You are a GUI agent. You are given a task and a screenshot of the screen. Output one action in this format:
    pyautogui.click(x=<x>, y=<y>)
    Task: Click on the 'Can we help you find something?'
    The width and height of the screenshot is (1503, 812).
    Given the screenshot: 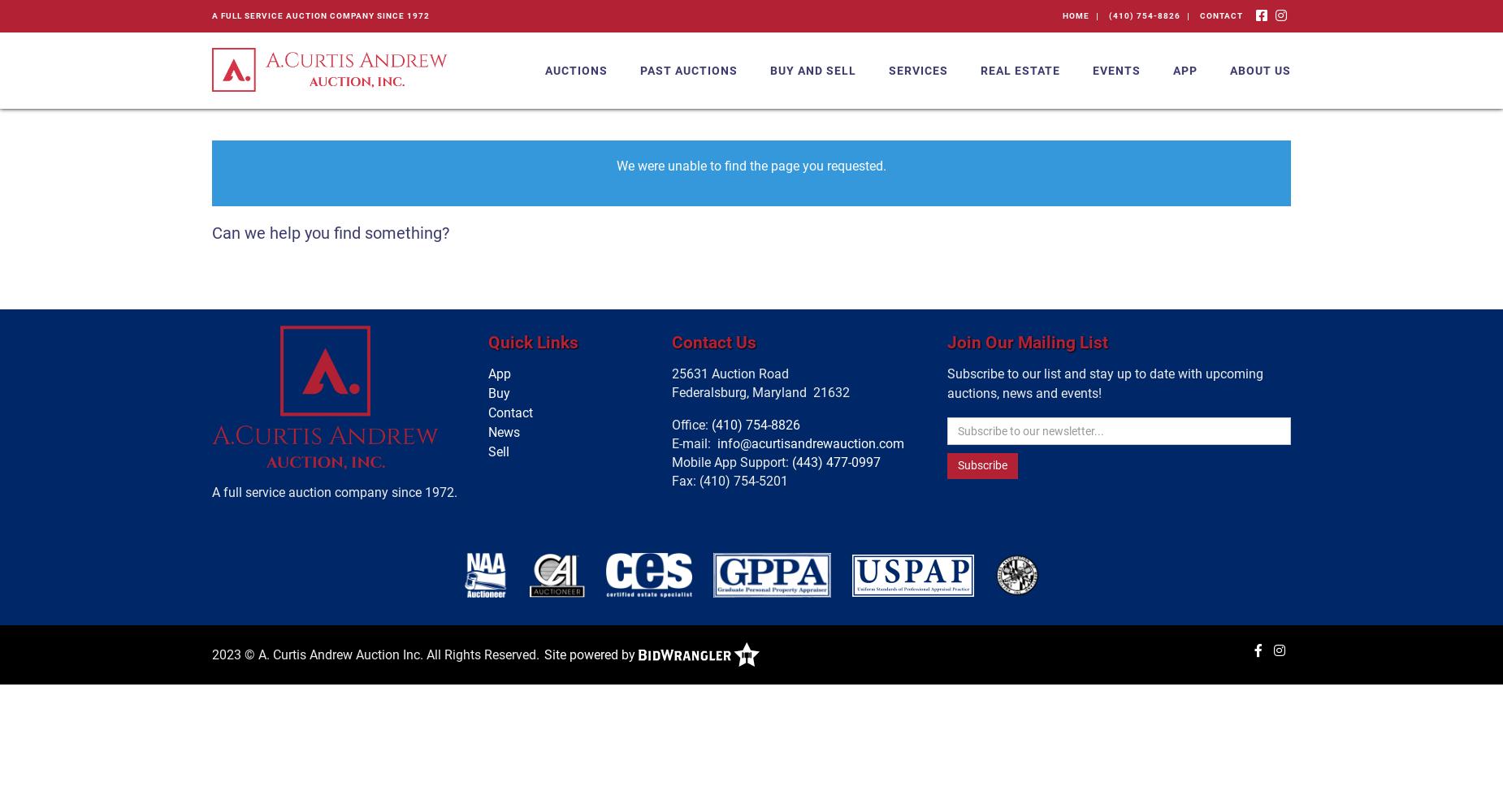 What is the action you would take?
    pyautogui.click(x=330, y=233)
    